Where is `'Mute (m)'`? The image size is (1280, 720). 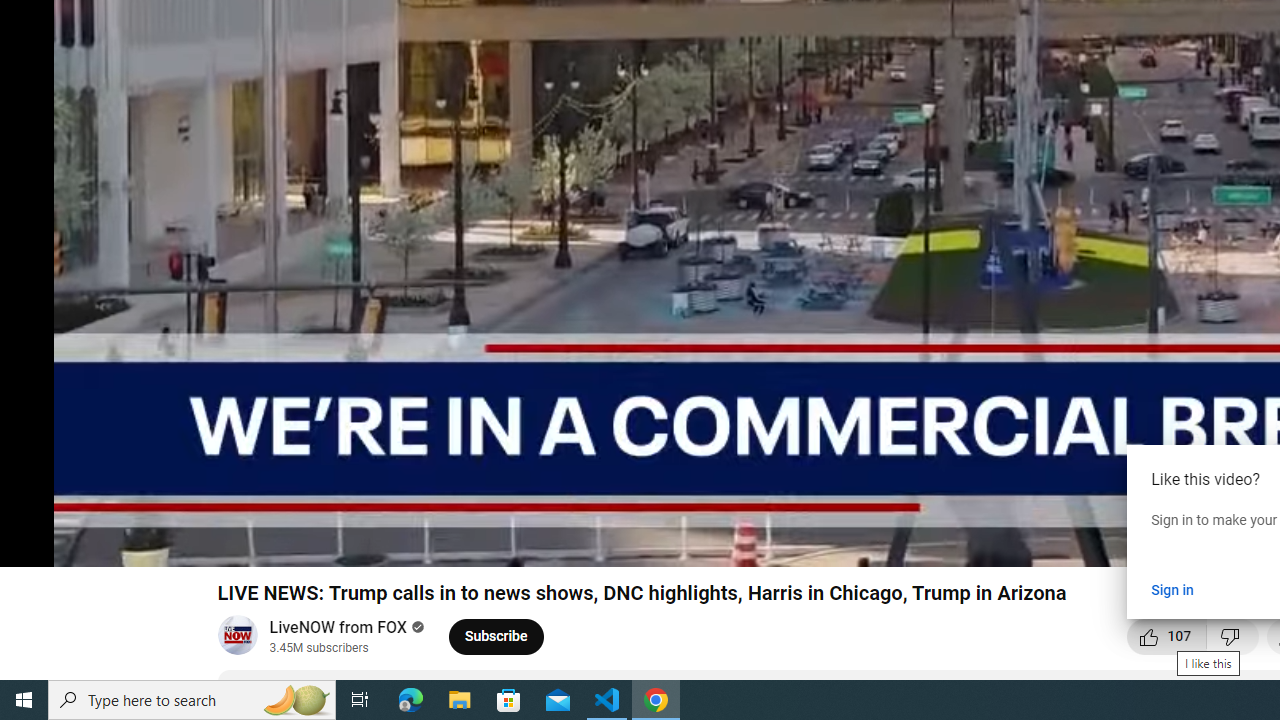
'Mute (m)' is located at coordinates (128, 543).